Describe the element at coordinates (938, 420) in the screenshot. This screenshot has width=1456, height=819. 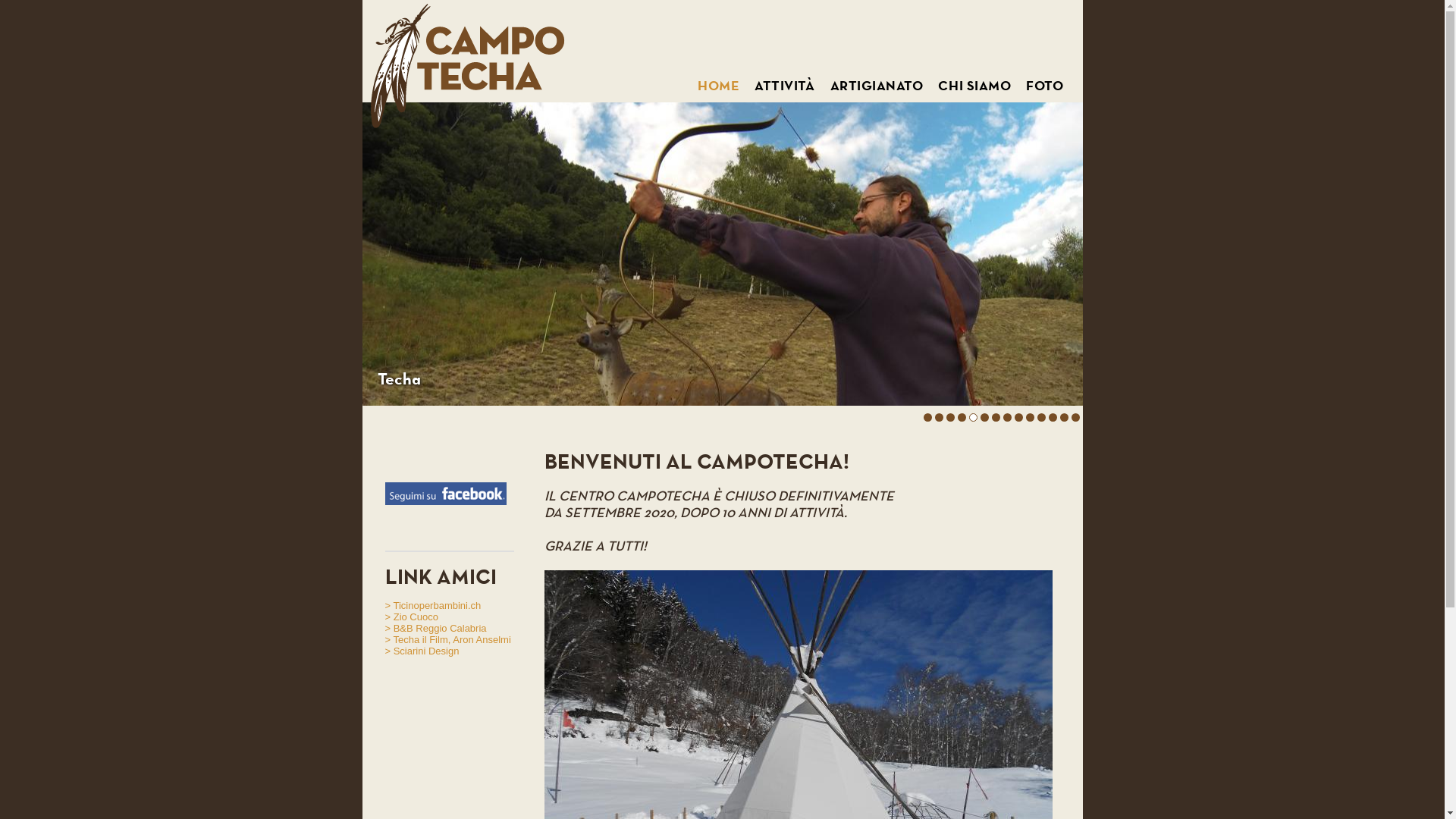
I see `'2'` at that location.